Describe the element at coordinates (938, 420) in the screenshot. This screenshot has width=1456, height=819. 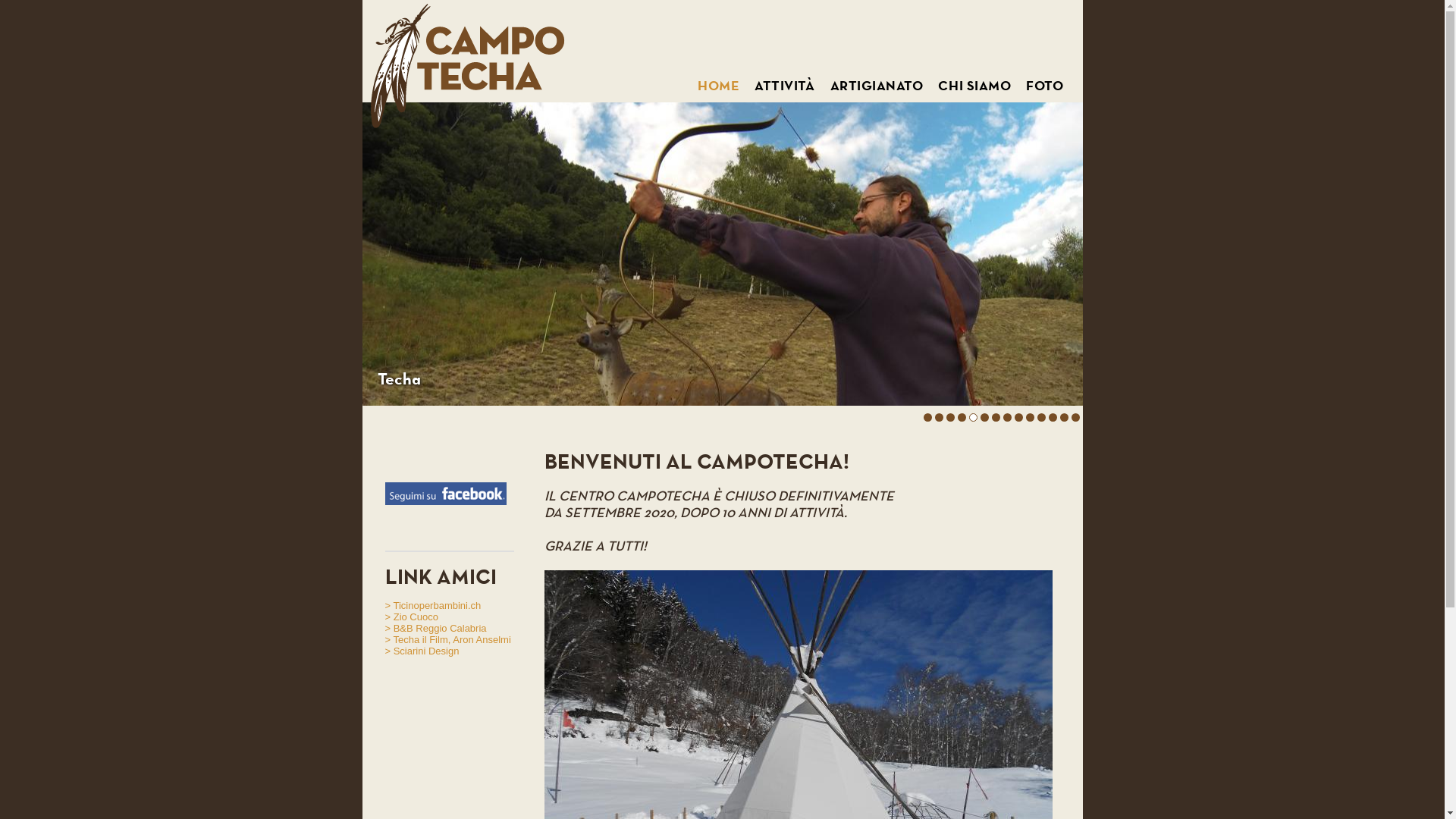
I see `'2'` at that location.